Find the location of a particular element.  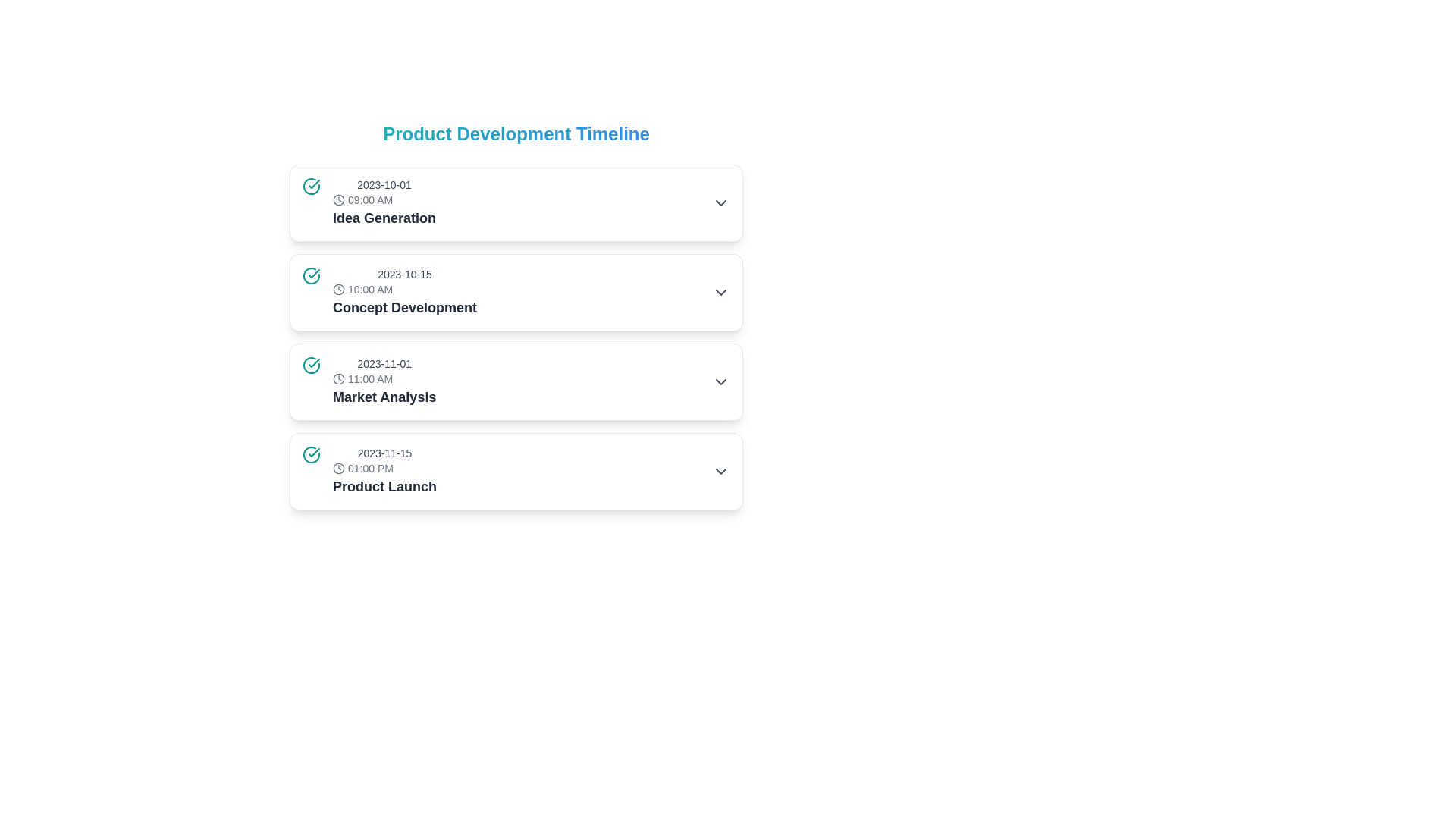

the third item in the timeline under 'Product Development Timeline' is located at coordinates (516, 381).